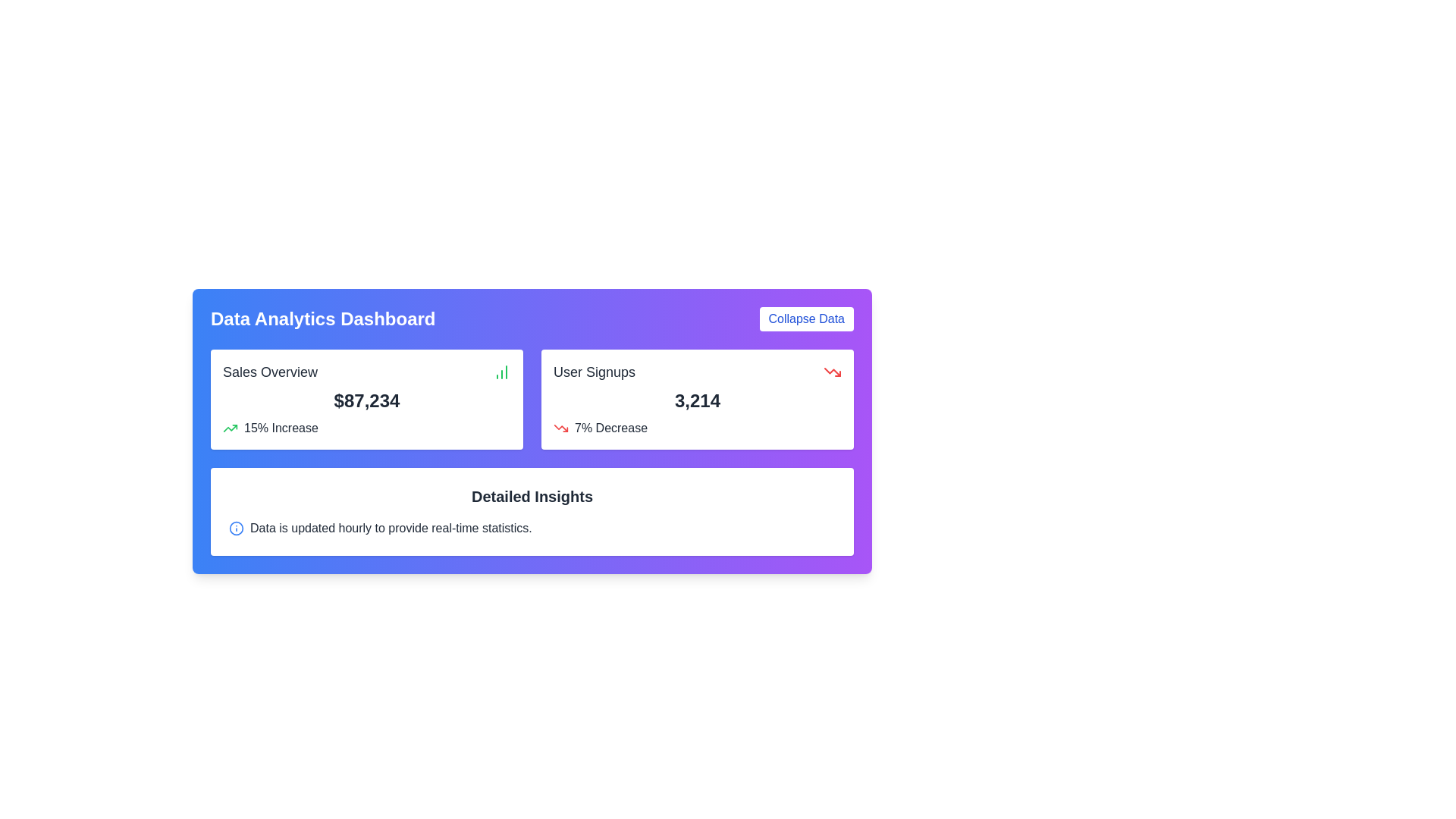 Image resolution: width=1456 pixels, height=819 pixels. What do you see at coordinates (281, 428) in the screenshot?
I see `the text label in the 'Sales Overview' section that indicates a 15% increase in sales, located to the right of the green trending-up icon and below the numerical data '$87,234'` at bounding box center [281, 428].